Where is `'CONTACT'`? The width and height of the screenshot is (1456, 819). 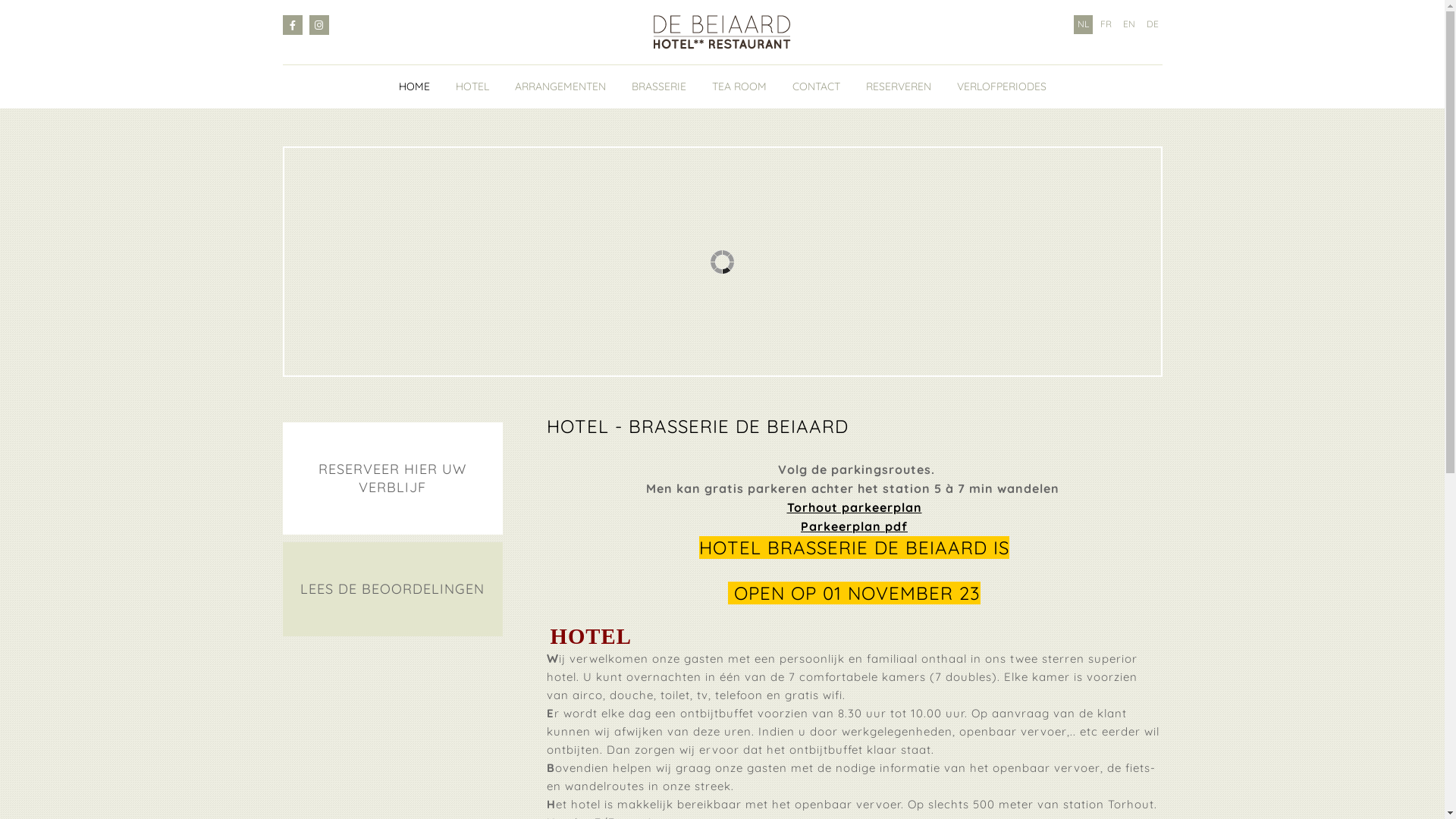
'CONTACT' is located at coordinates (814, 86).